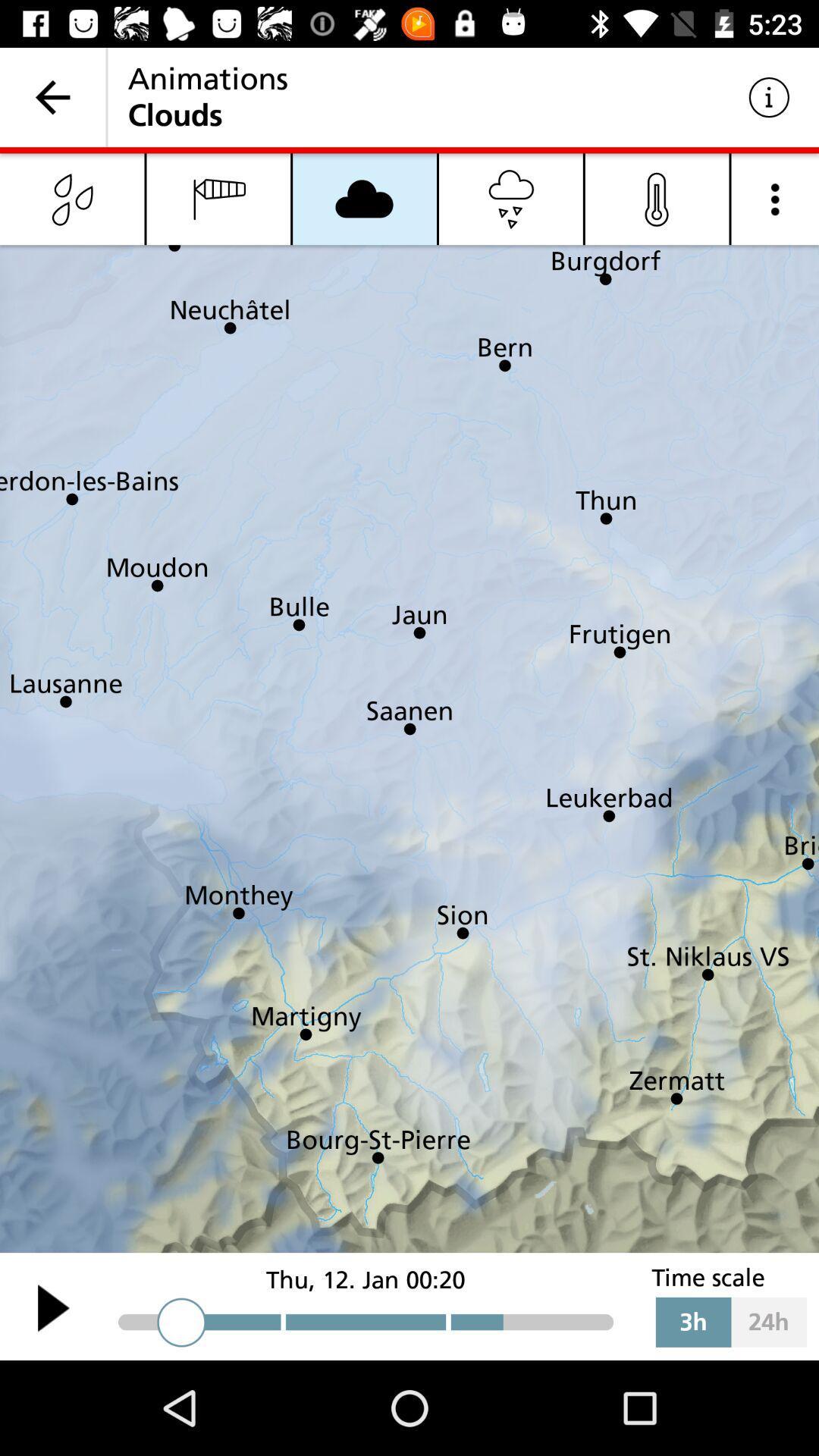 This screenshot has width=819, height=1456. Describe the element at coordinates (775, 198) in the screenshot. I see `the more icon` at that location.